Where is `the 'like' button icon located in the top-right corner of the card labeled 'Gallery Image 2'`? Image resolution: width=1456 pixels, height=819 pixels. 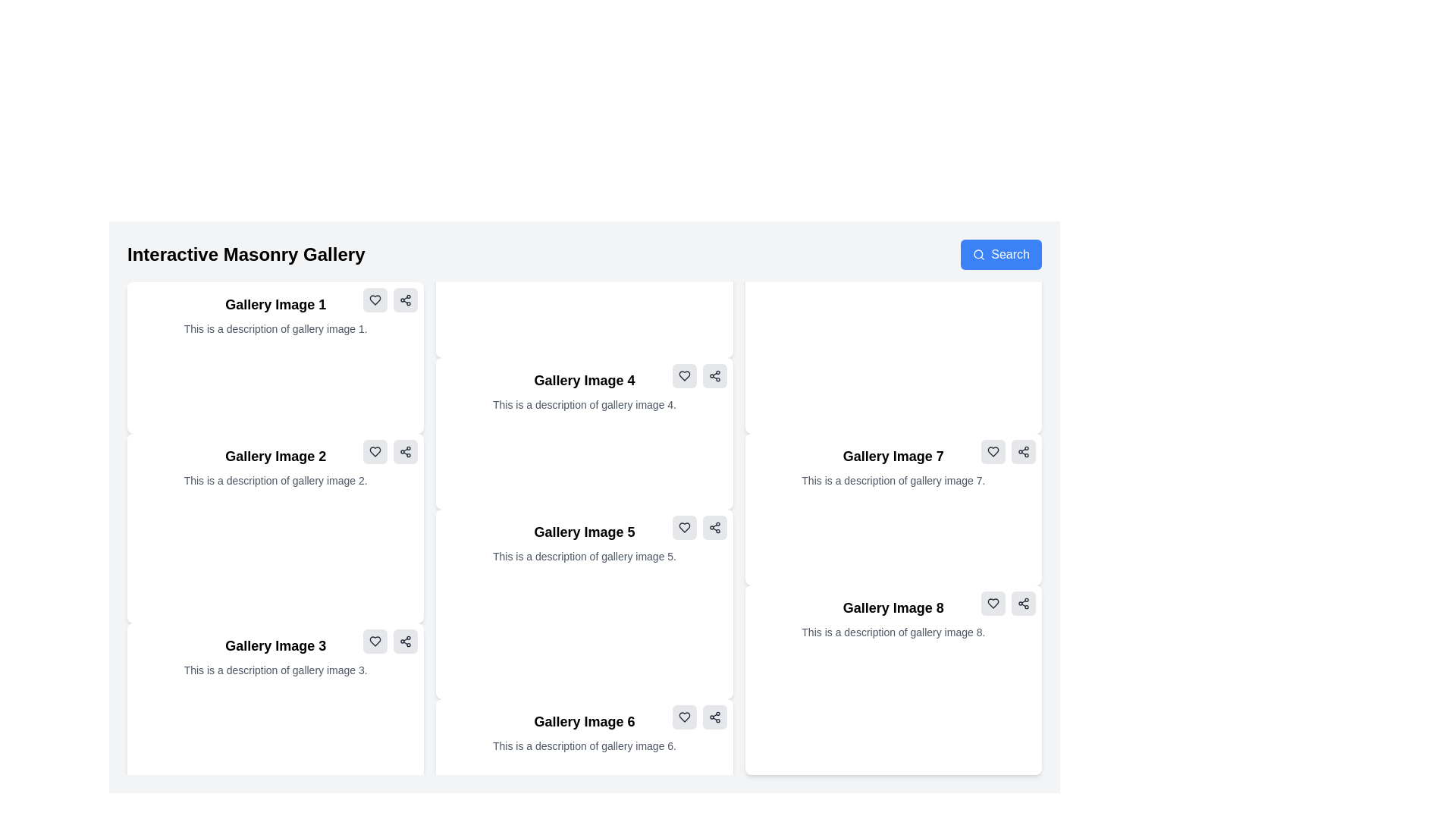
the 'like' button icon located in the top-right corner of the card labeled 'Gallery Image 2' is located at coordinates (375, 451).